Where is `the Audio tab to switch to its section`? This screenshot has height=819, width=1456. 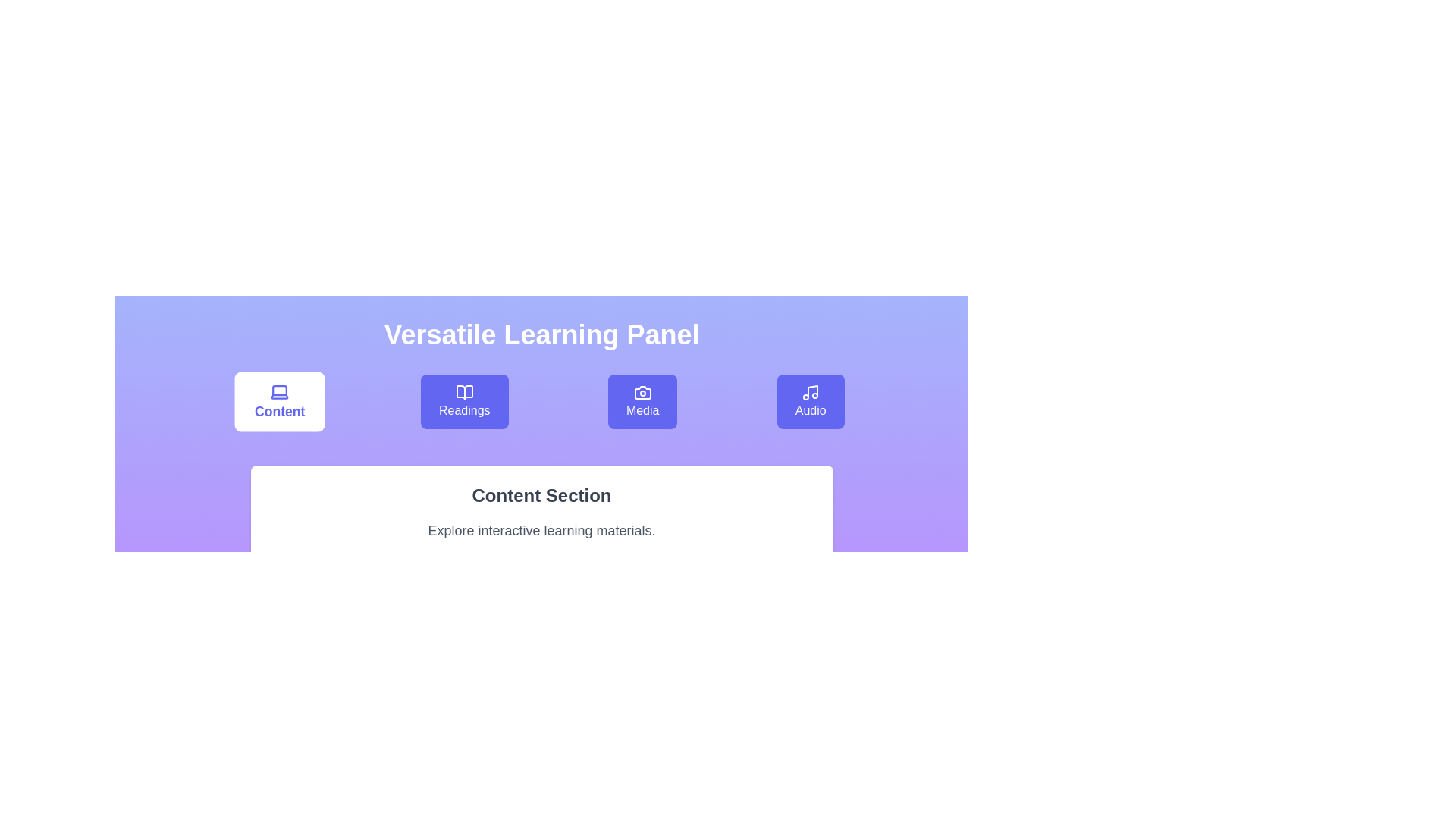
the Audio tab to switch to its section is located at coordinates (810, 400).